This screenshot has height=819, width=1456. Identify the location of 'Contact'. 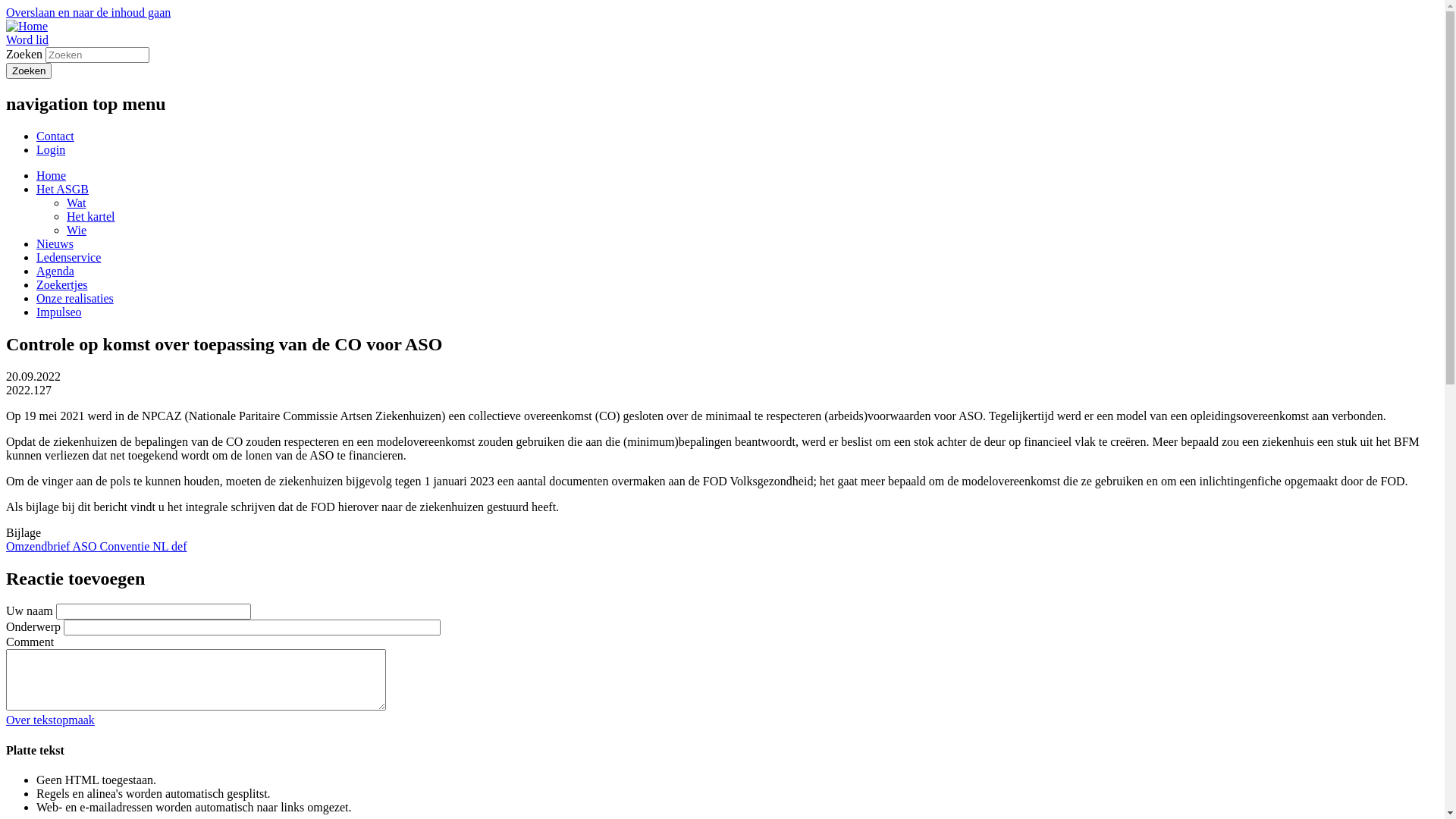
(55, 135).